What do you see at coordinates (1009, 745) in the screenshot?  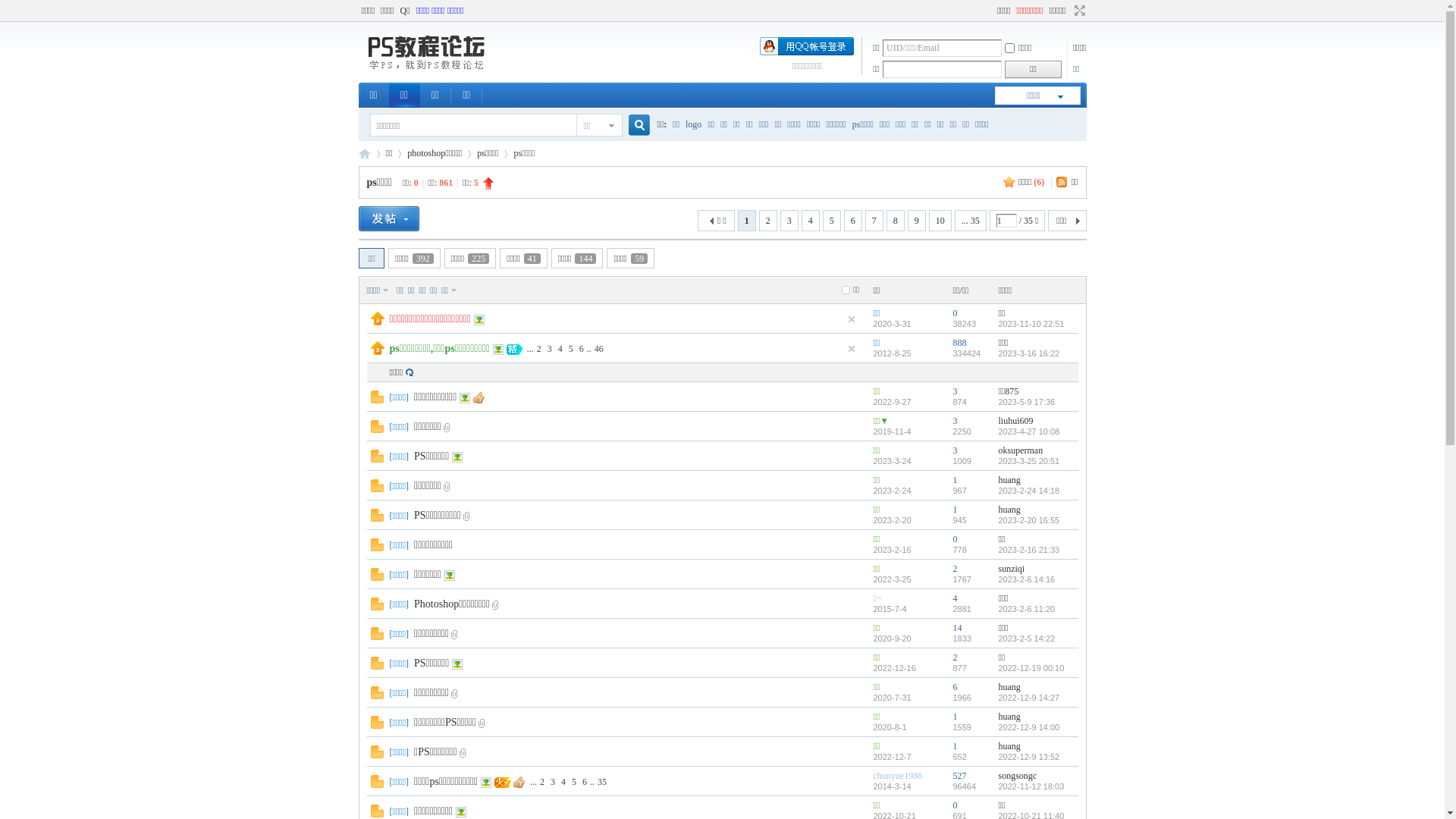 I see `'huang'` at bounding box center [1009, 745].